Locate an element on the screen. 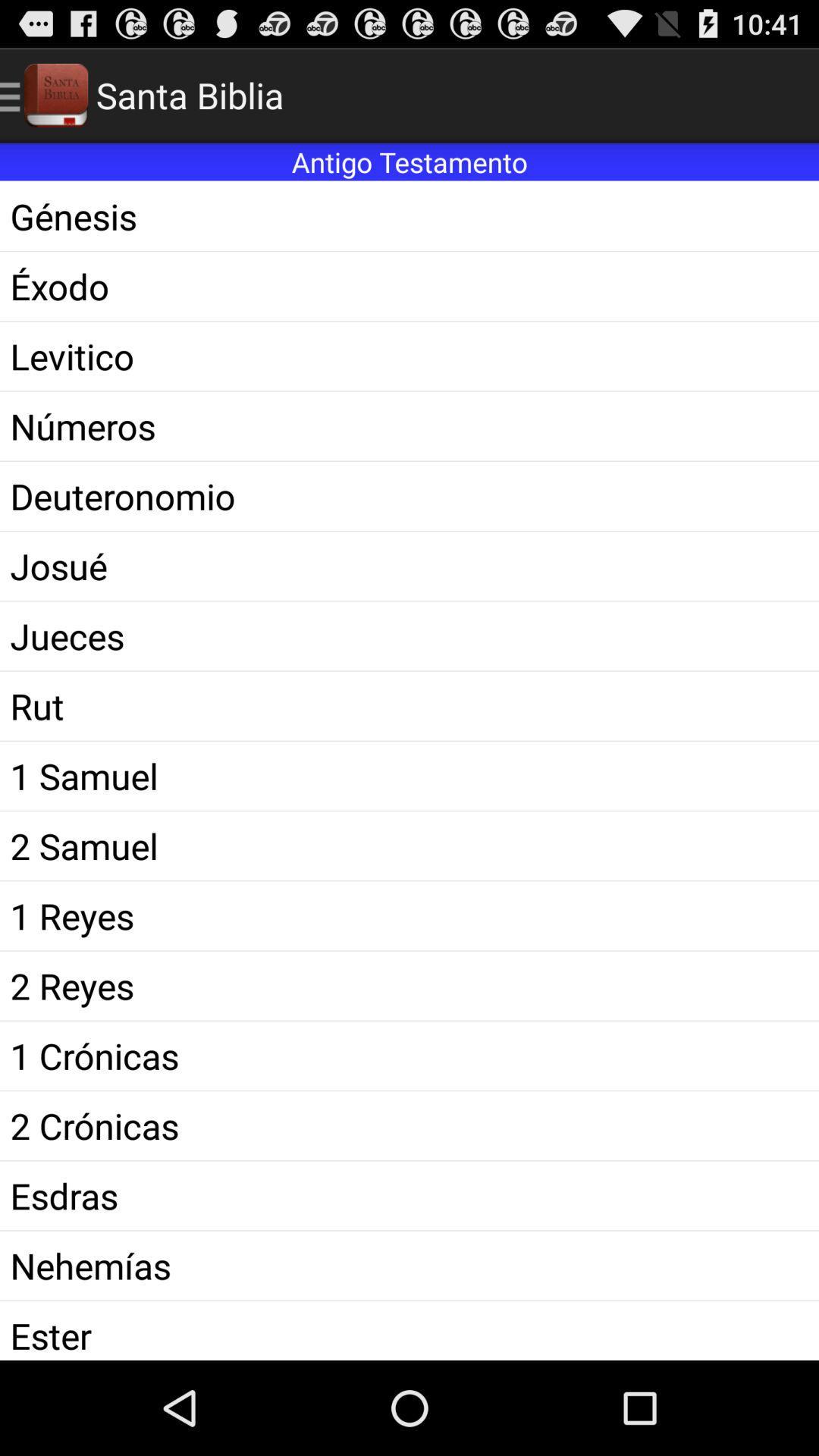 The height and width of the screenshot is (1456, 819). the deuteronomio item is located at coordinates (409, 496).